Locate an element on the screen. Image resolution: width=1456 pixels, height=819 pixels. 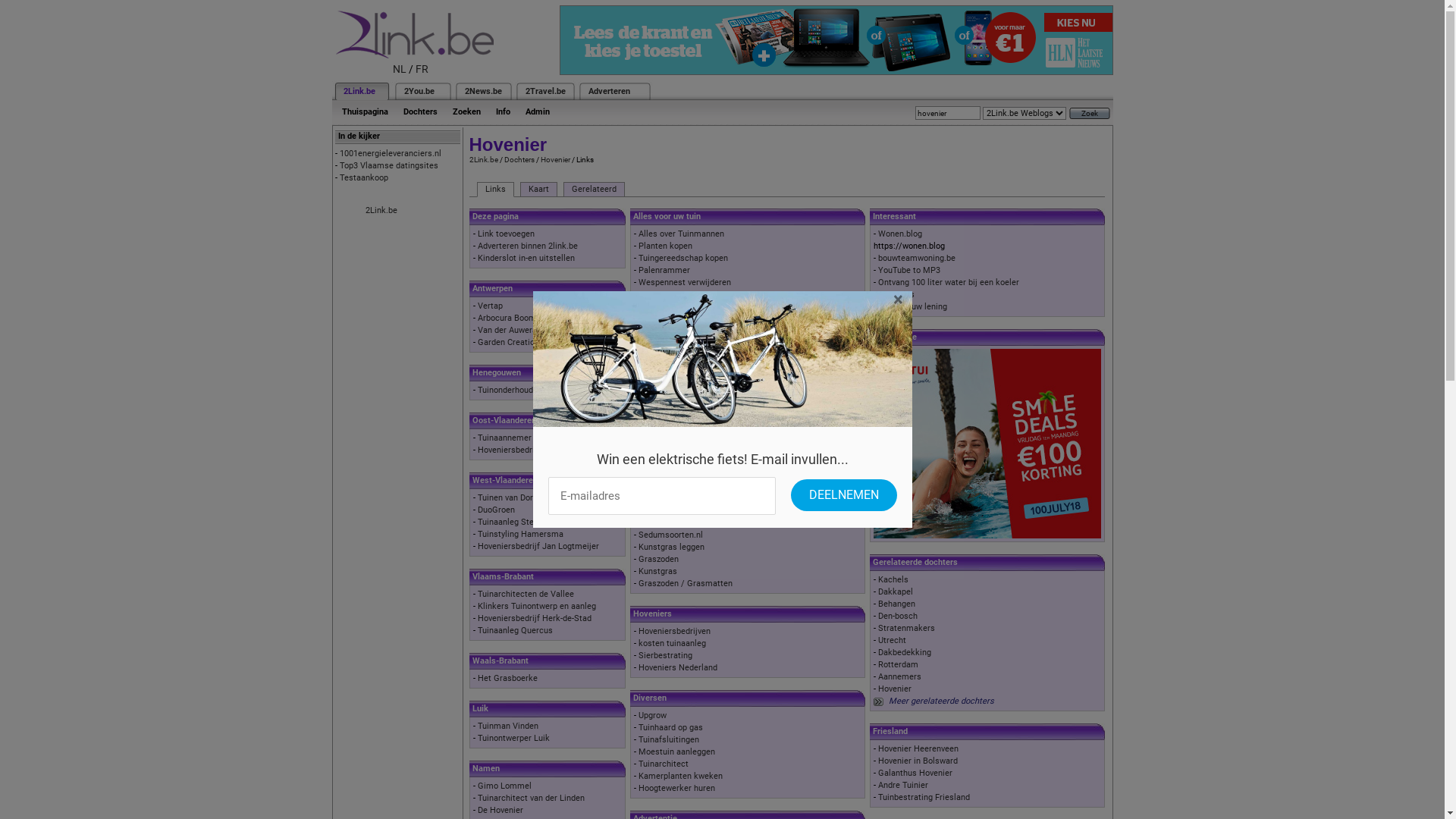
'Links' is located at coordinates (494, 189).